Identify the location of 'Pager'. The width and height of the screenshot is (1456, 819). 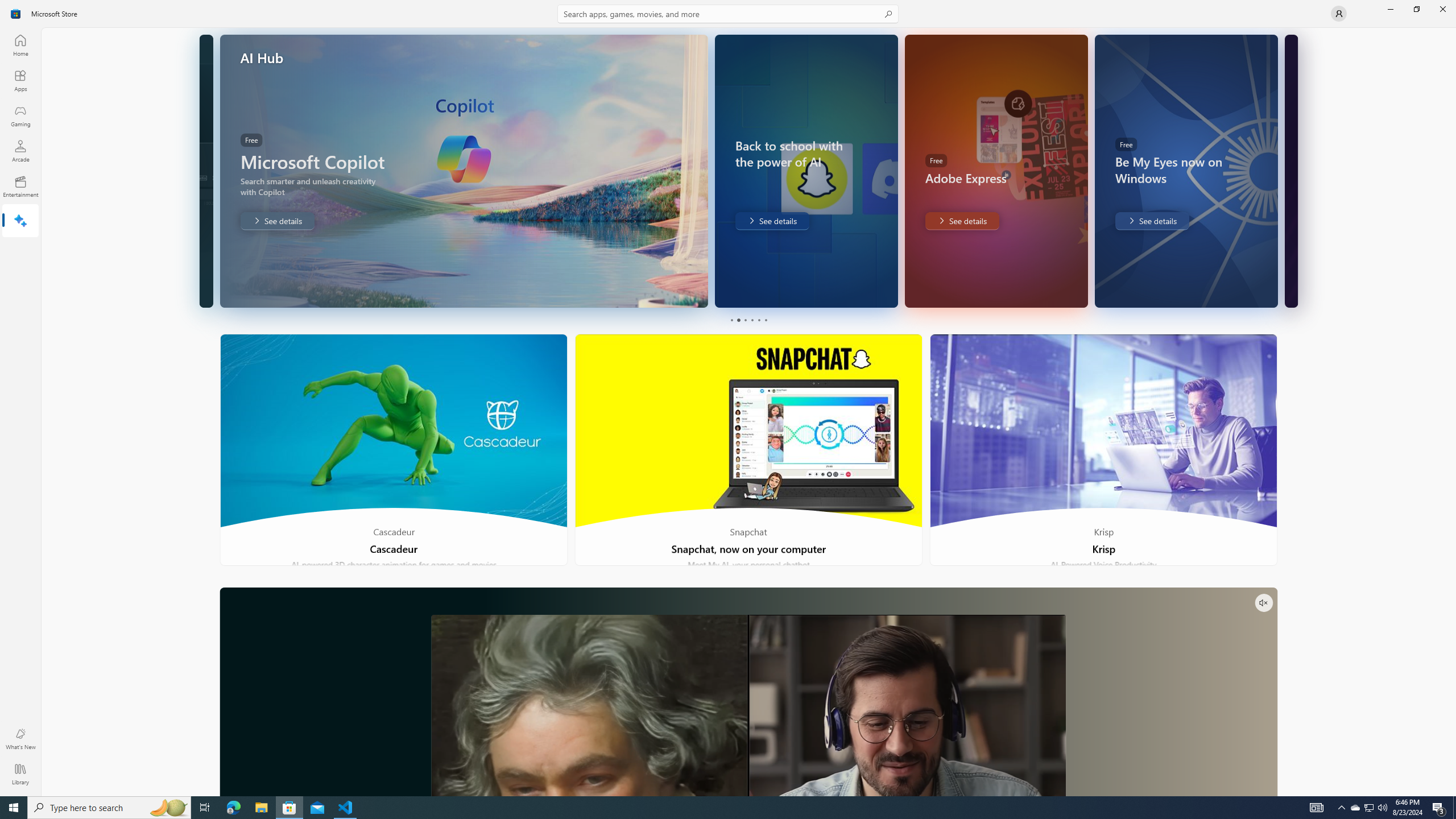
(747, 320).